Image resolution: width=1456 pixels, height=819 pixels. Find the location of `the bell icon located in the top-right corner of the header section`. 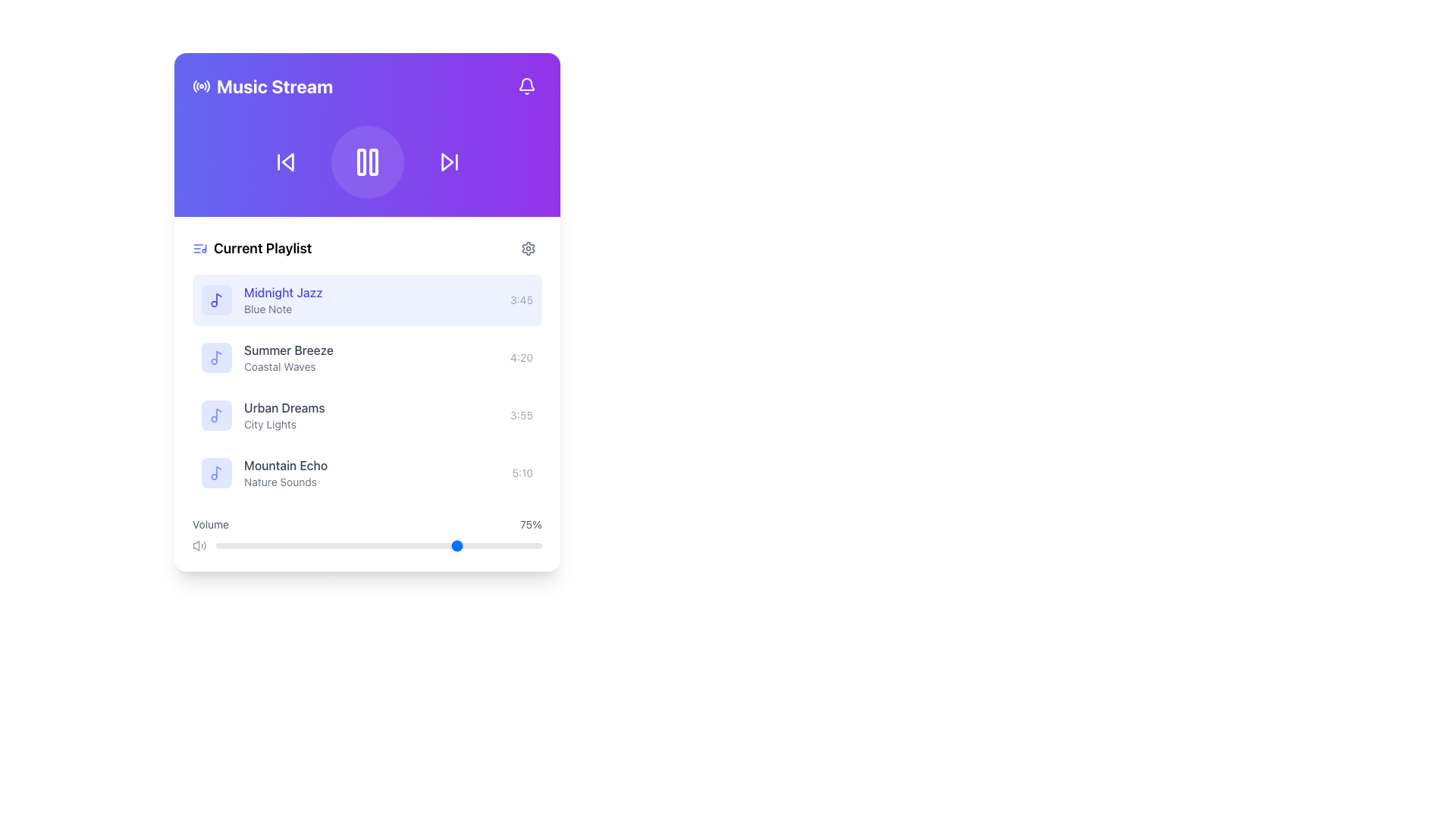

the bell icon located in the top-right corner of the header section is located at coordinates (527, 86).